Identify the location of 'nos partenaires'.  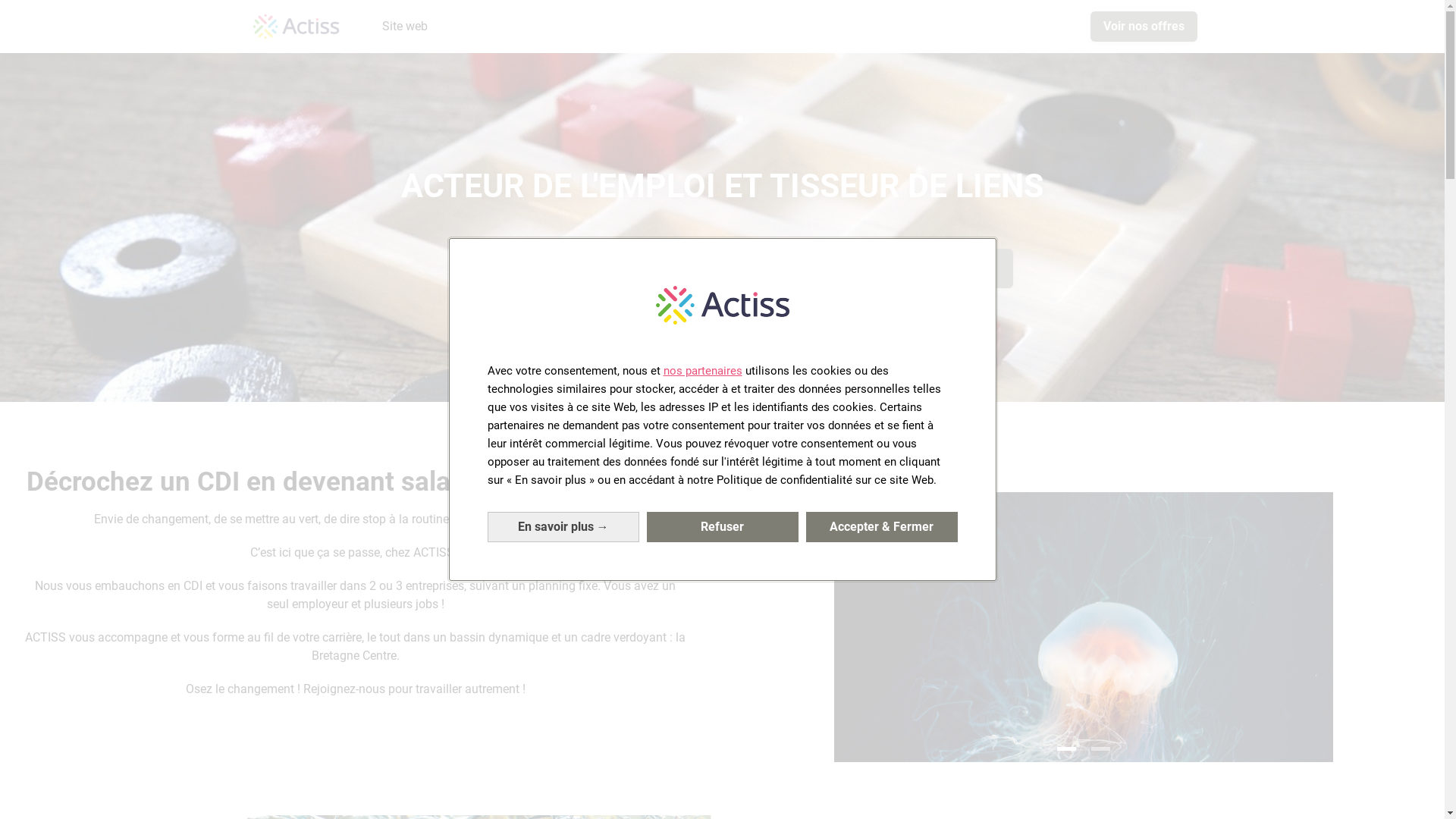
(701, 371).